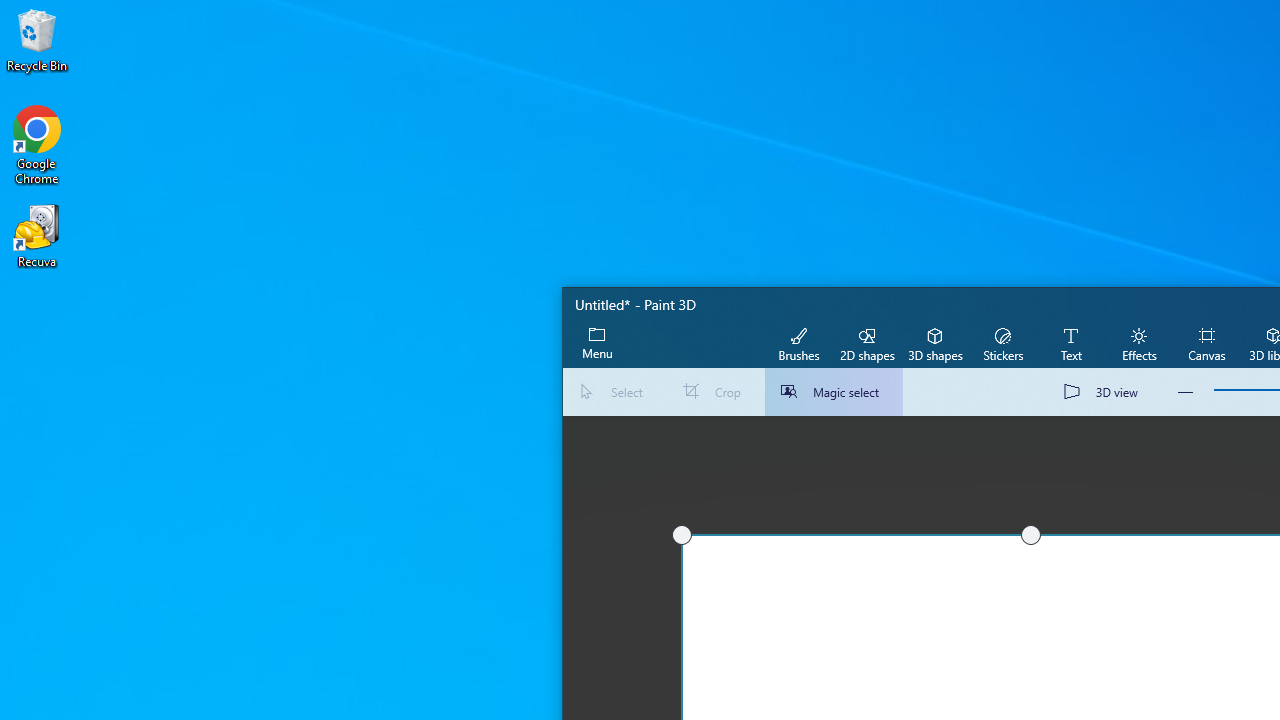 The width and height of the screenshot is (1280, 720). I want to click on '3D view', so click(1104, 392).